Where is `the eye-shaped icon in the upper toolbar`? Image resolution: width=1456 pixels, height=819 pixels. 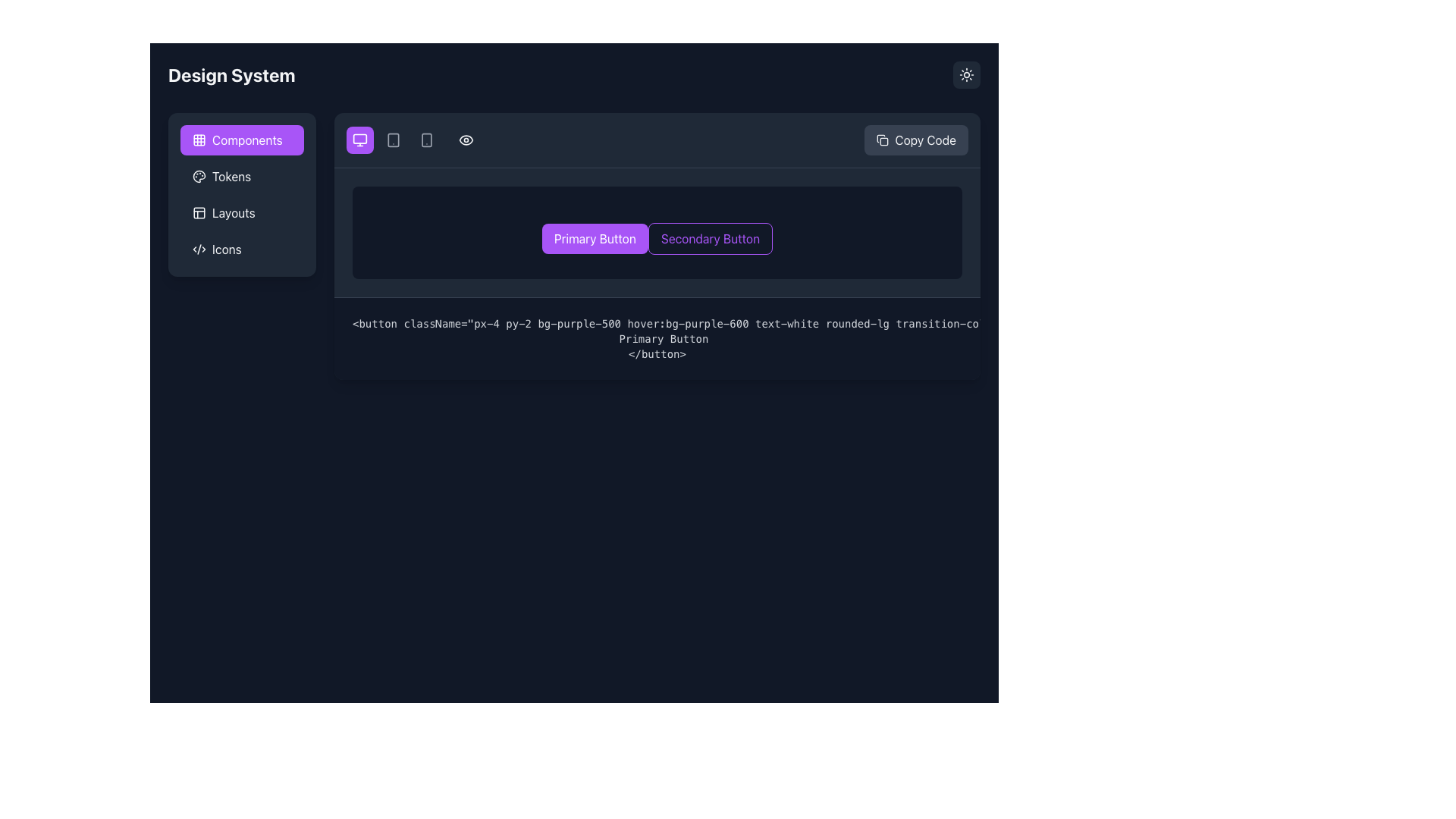
the eye-shaped icon in the upper toolbar is located at coordinates (465, 140).